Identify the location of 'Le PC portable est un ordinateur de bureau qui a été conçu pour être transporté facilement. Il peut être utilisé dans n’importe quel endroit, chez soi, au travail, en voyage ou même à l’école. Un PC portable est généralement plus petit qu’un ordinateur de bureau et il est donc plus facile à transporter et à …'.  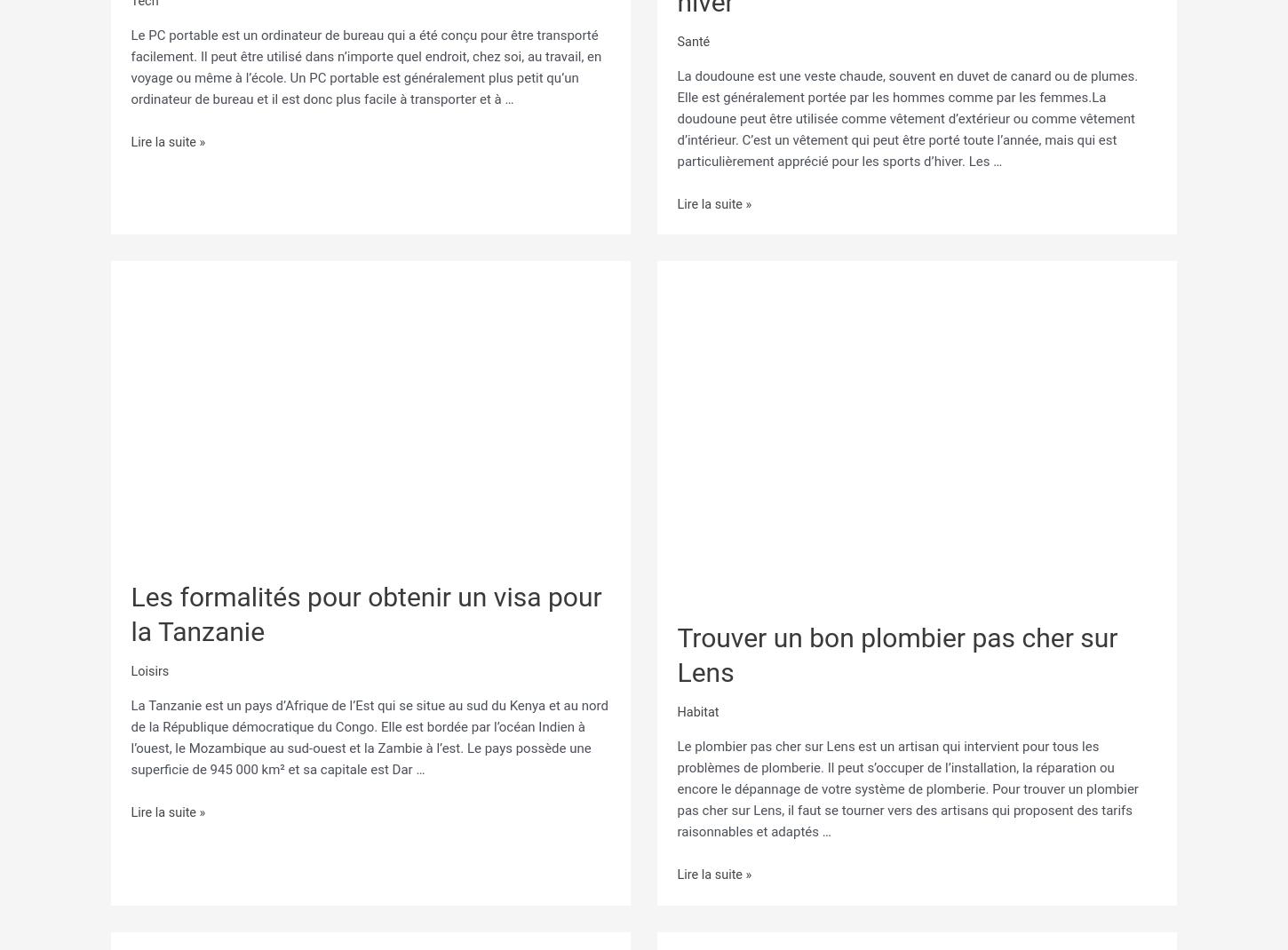
(364, 60).